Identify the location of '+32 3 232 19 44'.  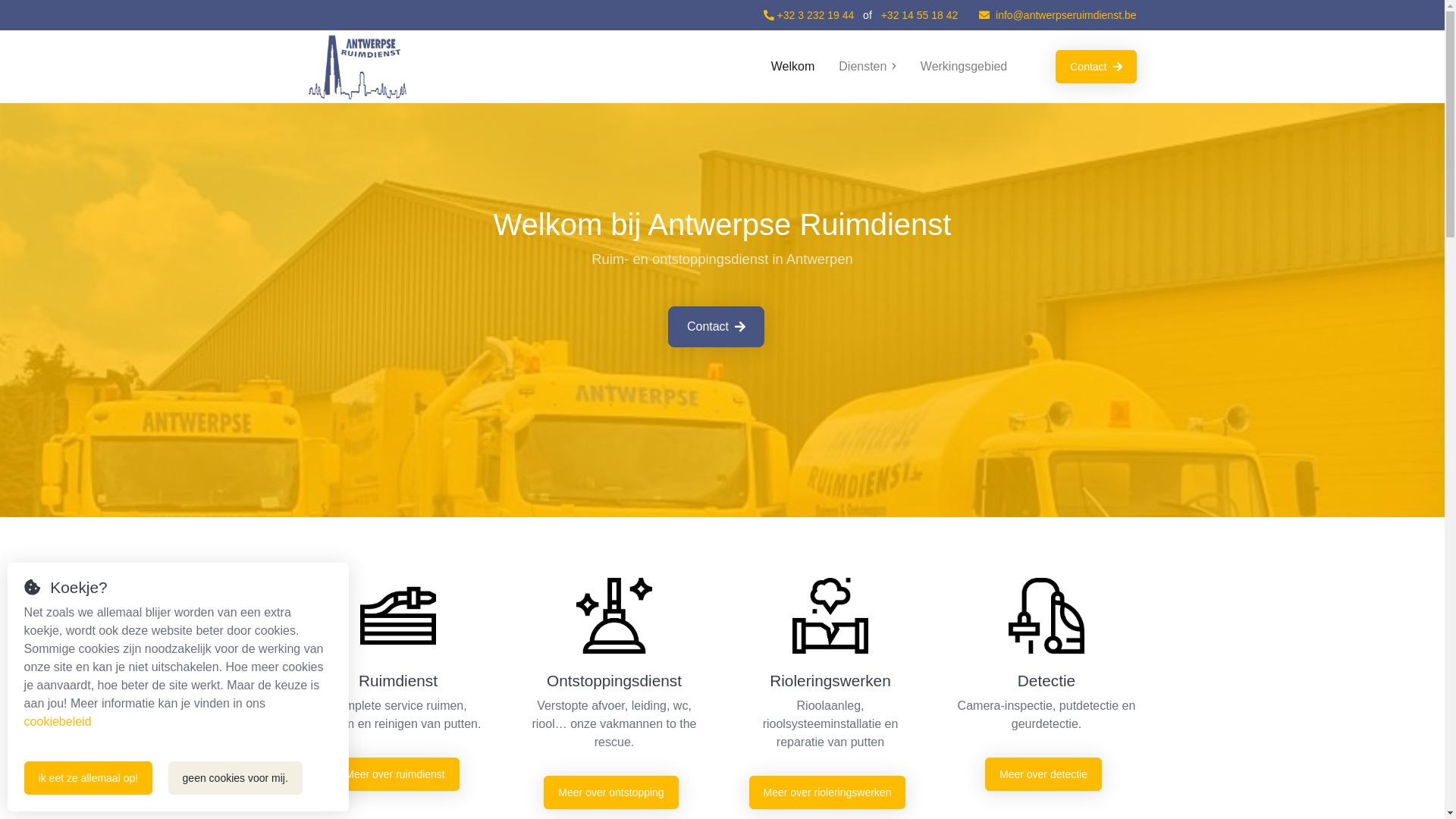
(808, 14).